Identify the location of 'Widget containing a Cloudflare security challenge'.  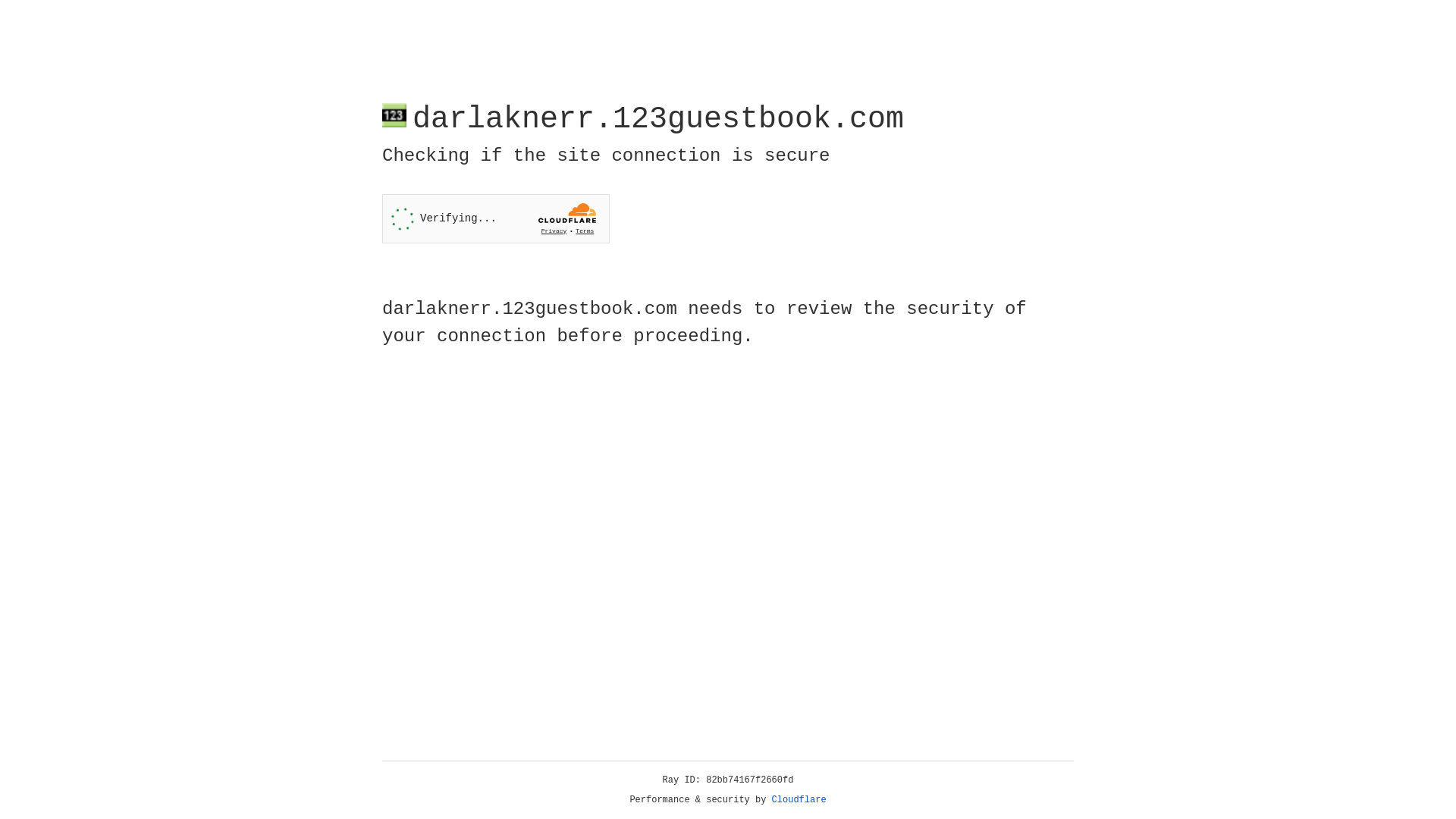
(495, 218).